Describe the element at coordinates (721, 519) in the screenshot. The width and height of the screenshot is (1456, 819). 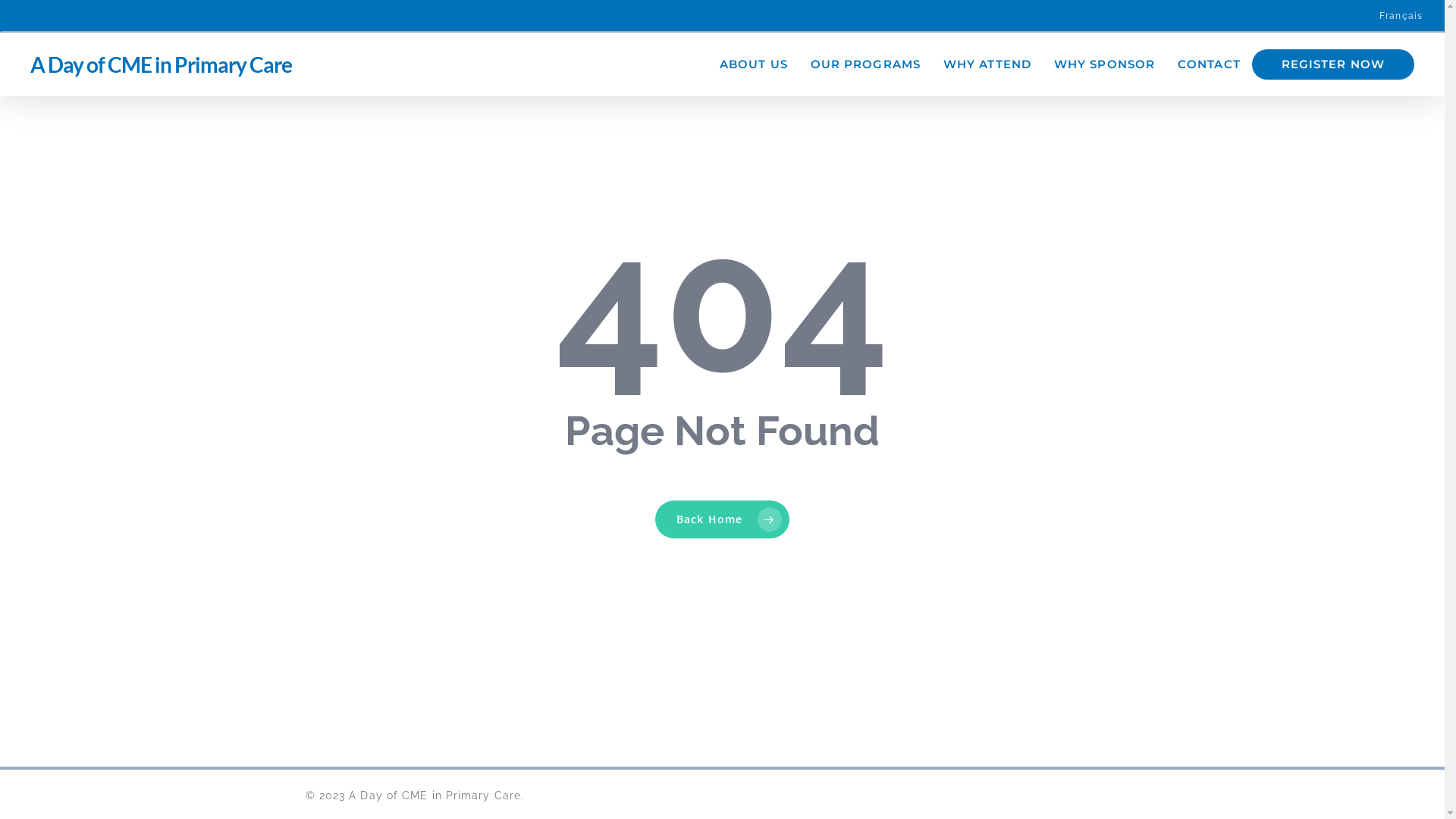
I see `'Back Home'` at that location.